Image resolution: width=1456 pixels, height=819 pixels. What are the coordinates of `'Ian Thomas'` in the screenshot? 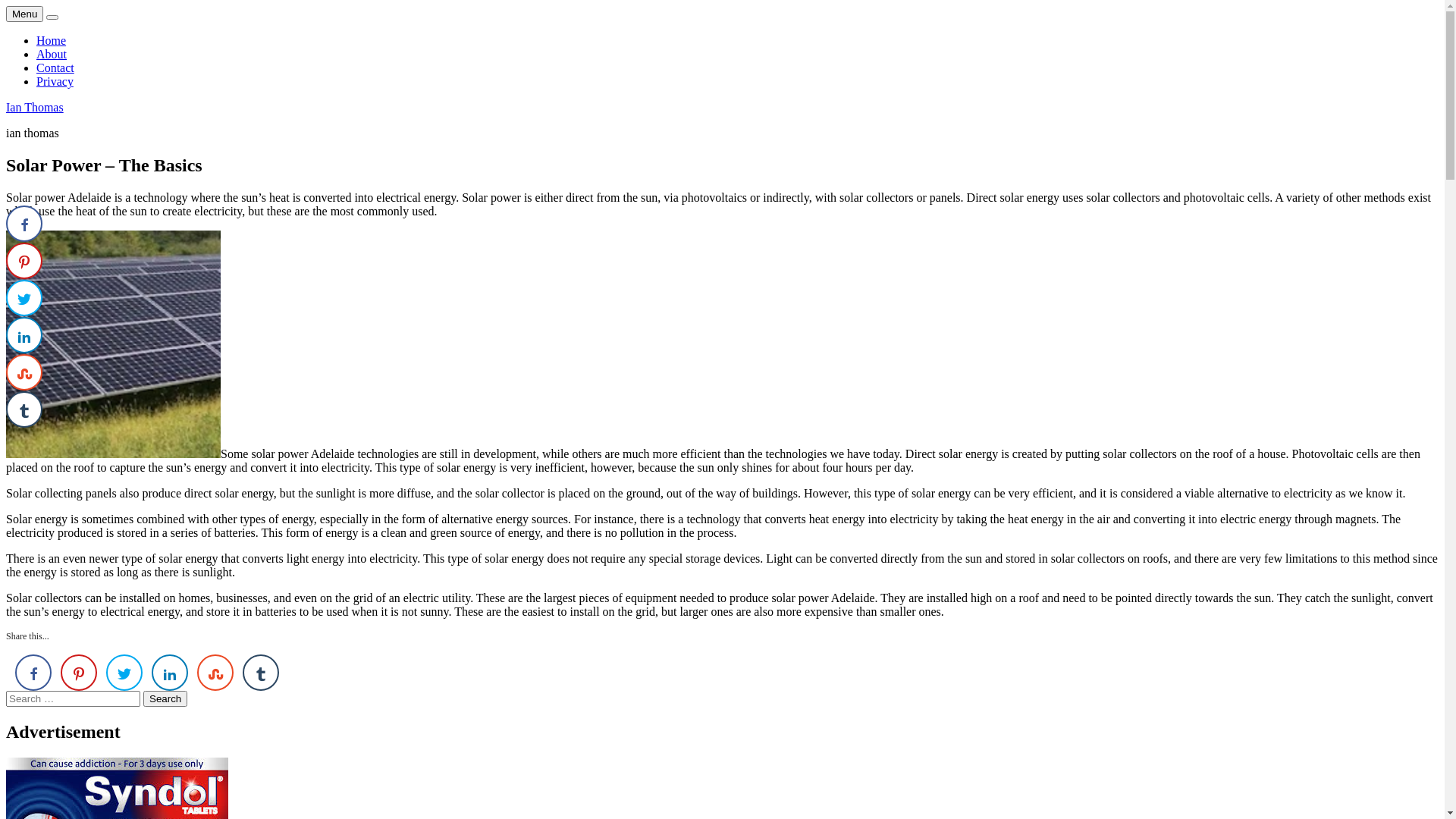 It's located at (35, 106).